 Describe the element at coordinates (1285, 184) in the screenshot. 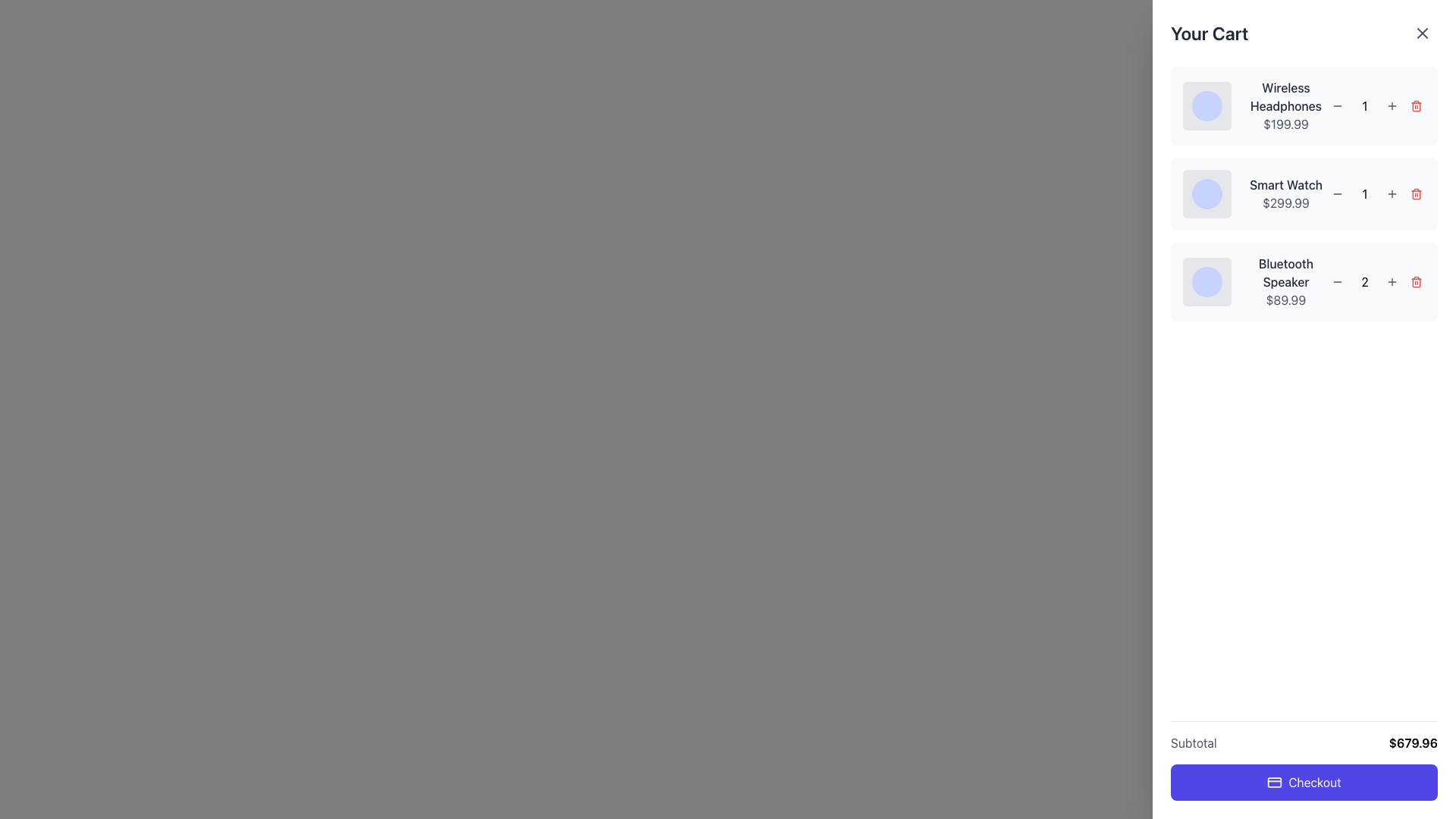

I see `the 'Smart Watch' text label in the shopping cart, which is positioned below 'Wireless Headphones' and above 'Bluetooth Speaker', aligned to the left with a price label and interactive elements` at that location.